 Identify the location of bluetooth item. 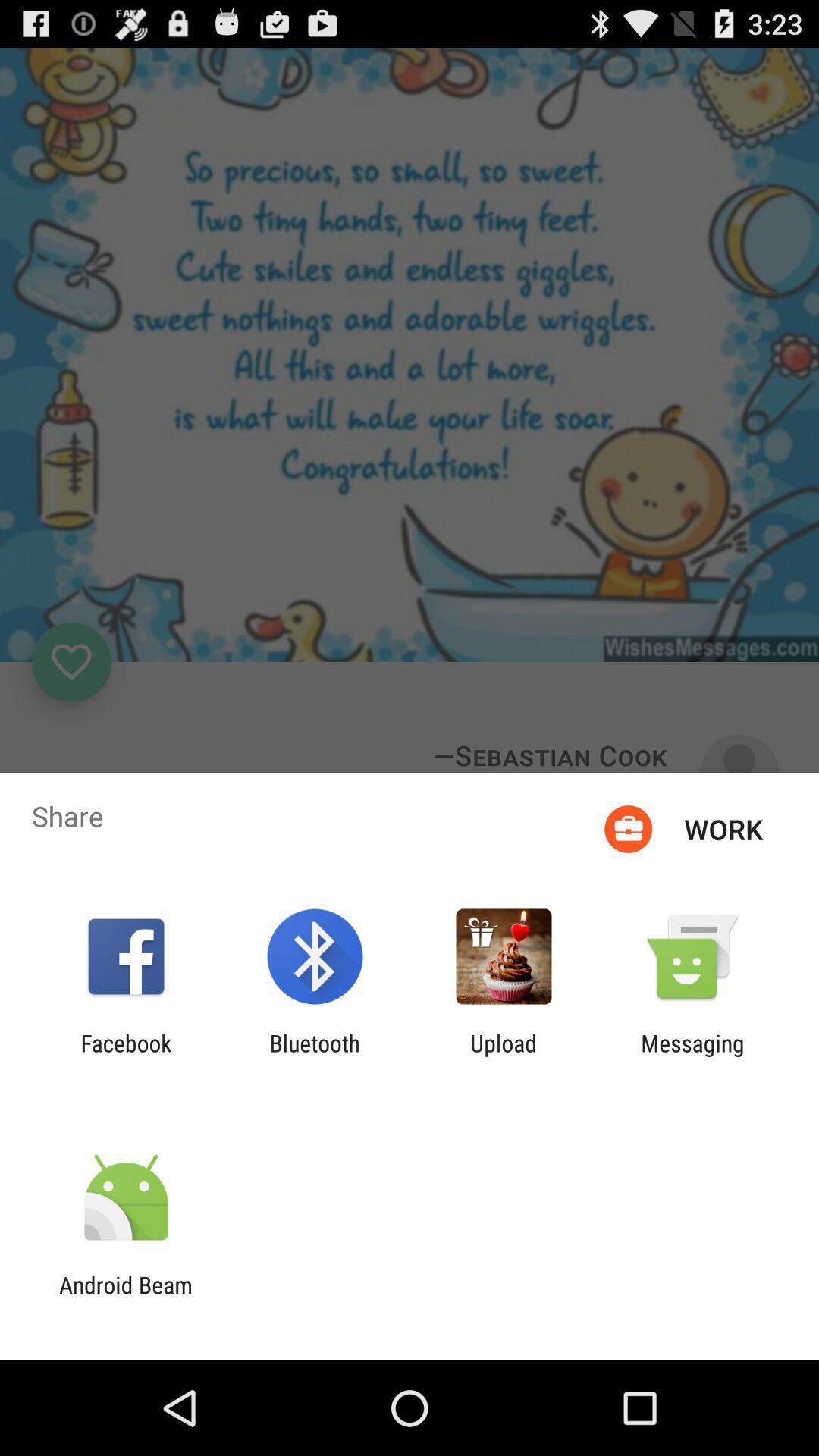
(314, 1056).